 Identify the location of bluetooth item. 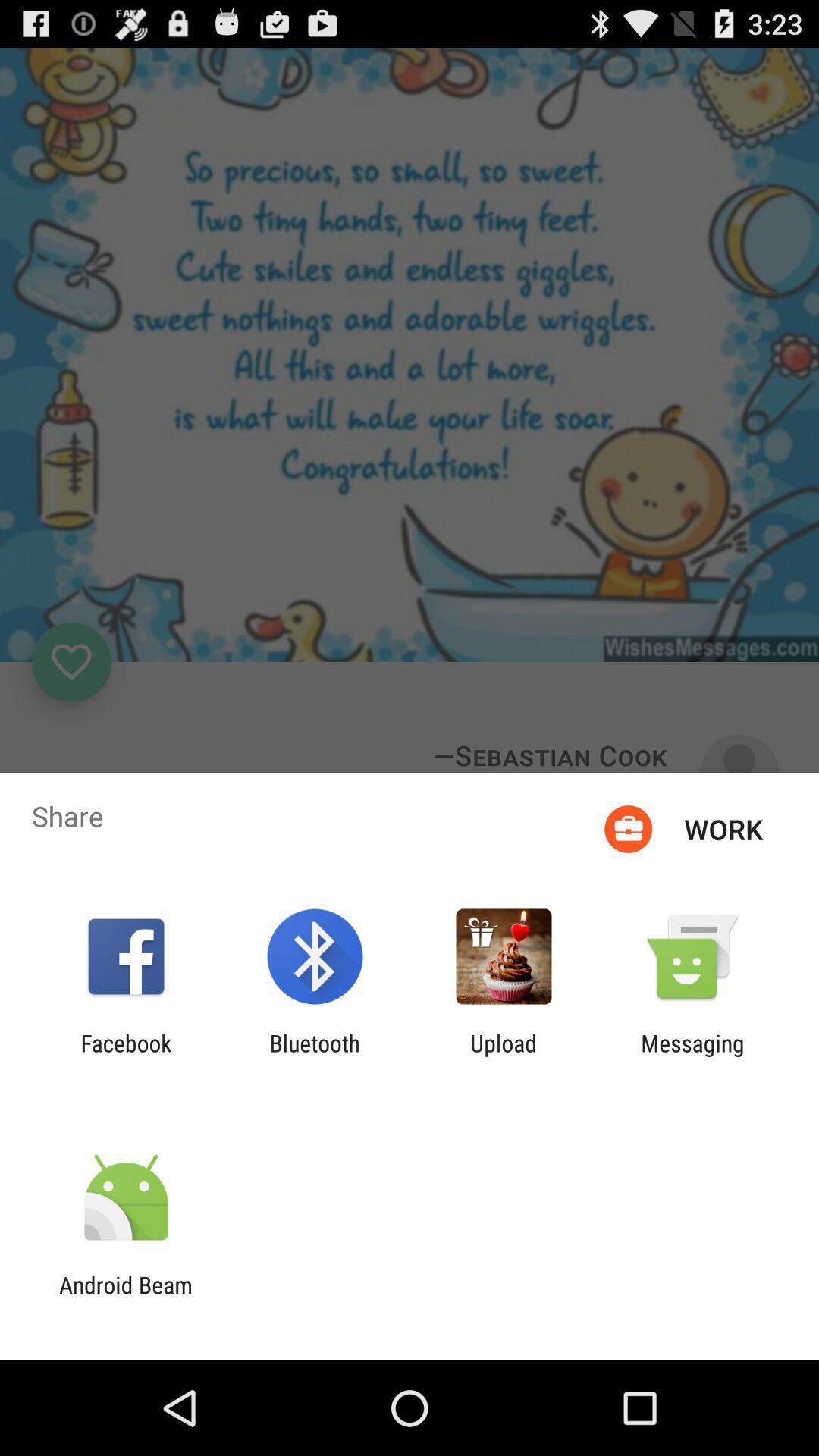
(314, 1056).